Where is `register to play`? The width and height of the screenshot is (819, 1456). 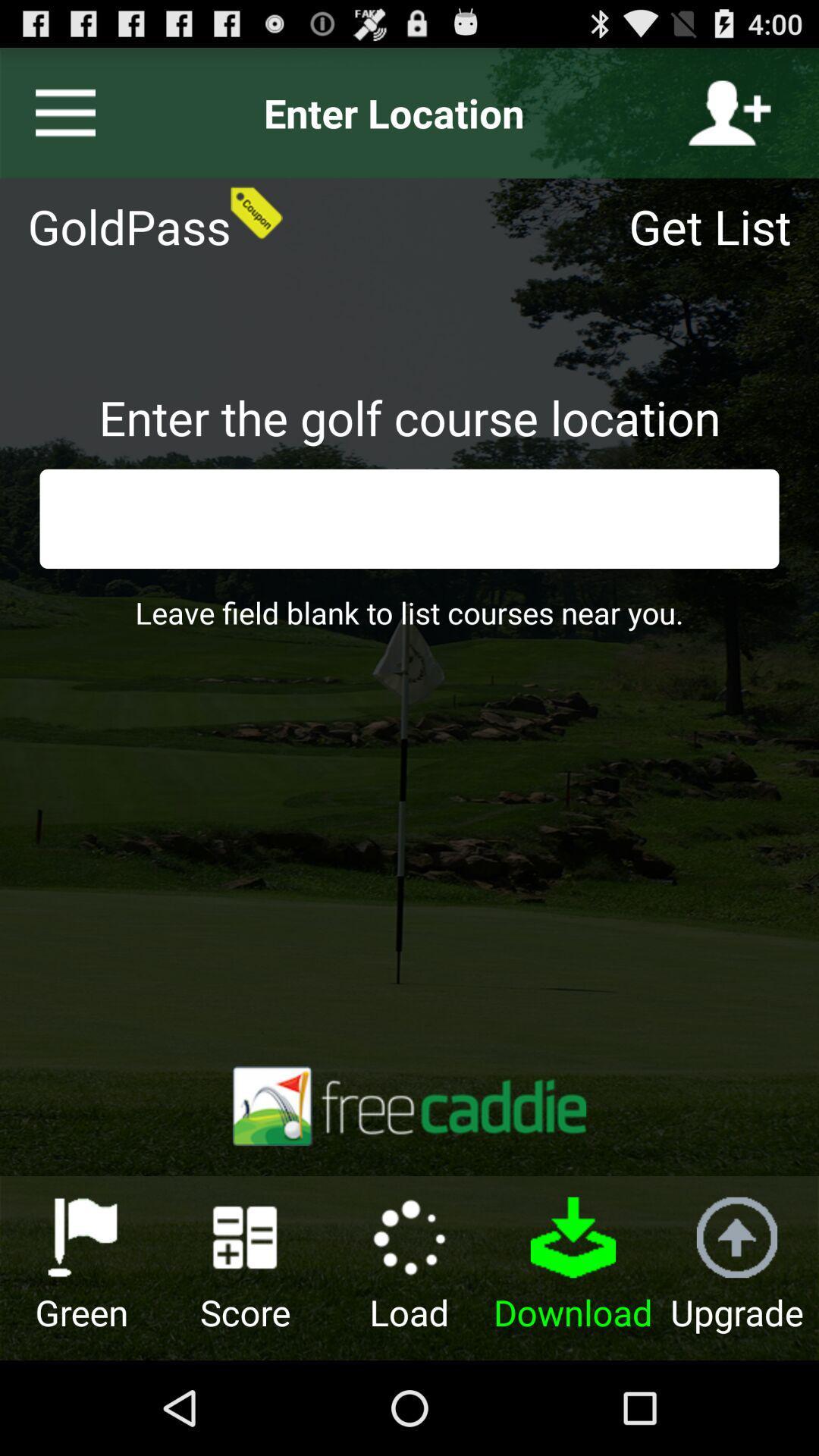 register to play is located at coordinates (729, 112).